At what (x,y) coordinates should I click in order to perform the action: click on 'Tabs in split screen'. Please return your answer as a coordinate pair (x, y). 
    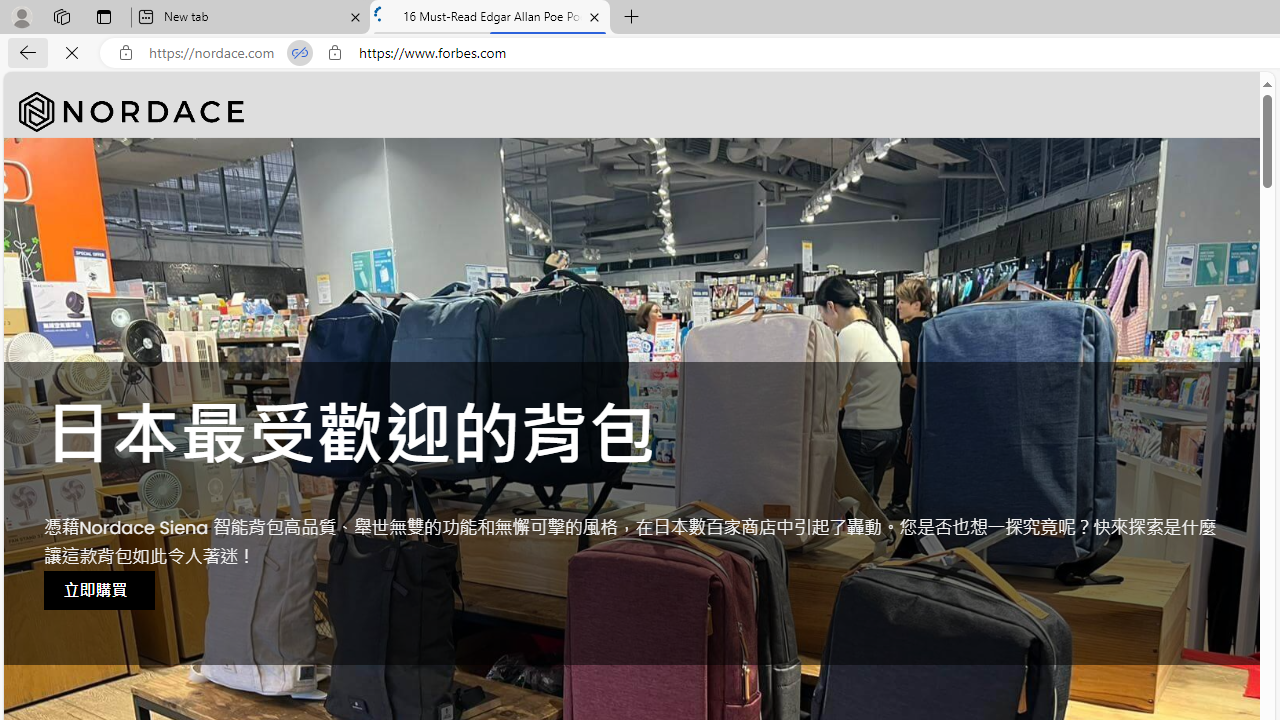
    Looking at the image, I should click on (299, 52).